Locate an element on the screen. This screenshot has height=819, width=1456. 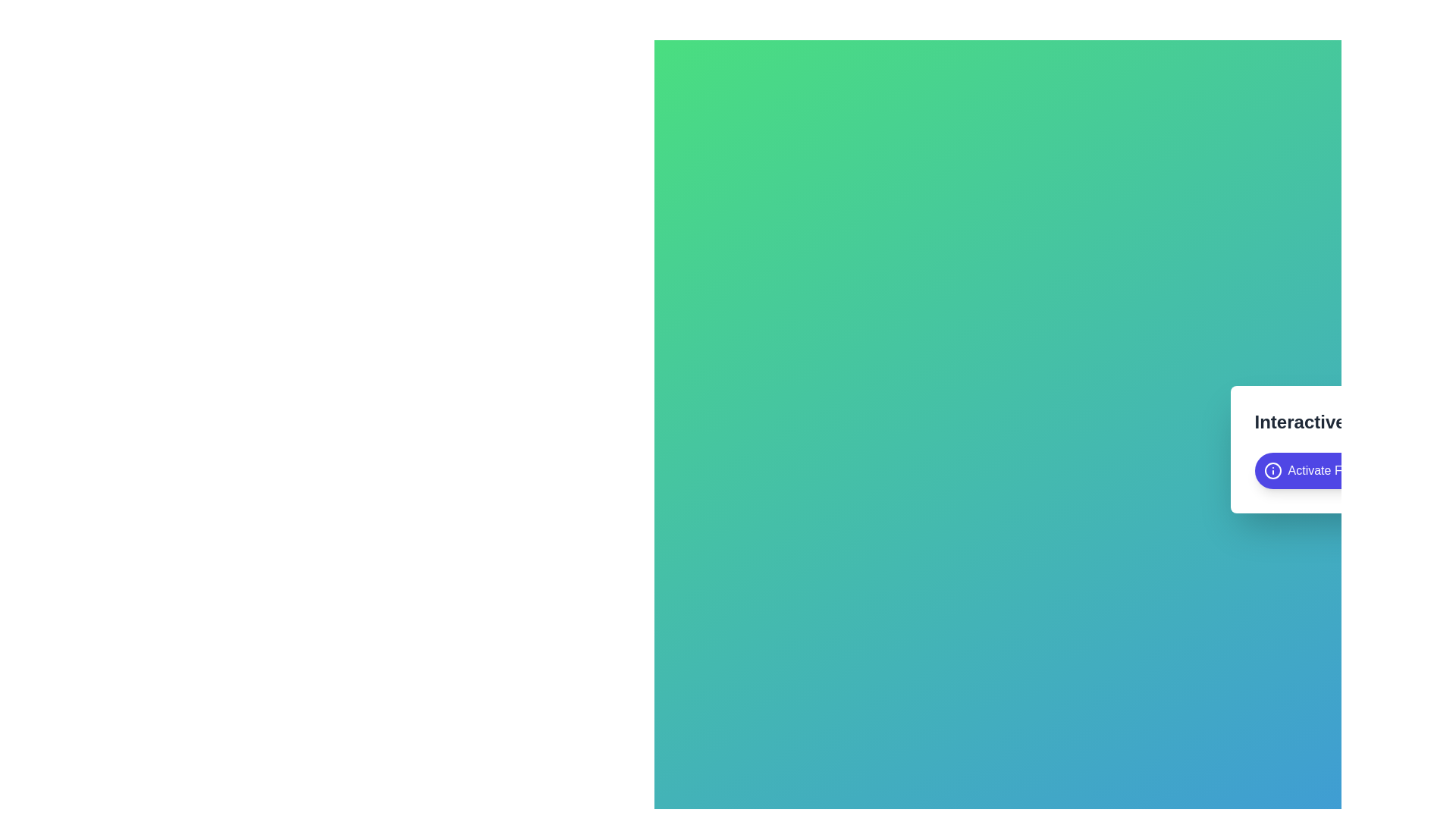
the informational icon located to the left of the 'Activate Feature' button for detailed explanations is located at coordinates (1272, 470).